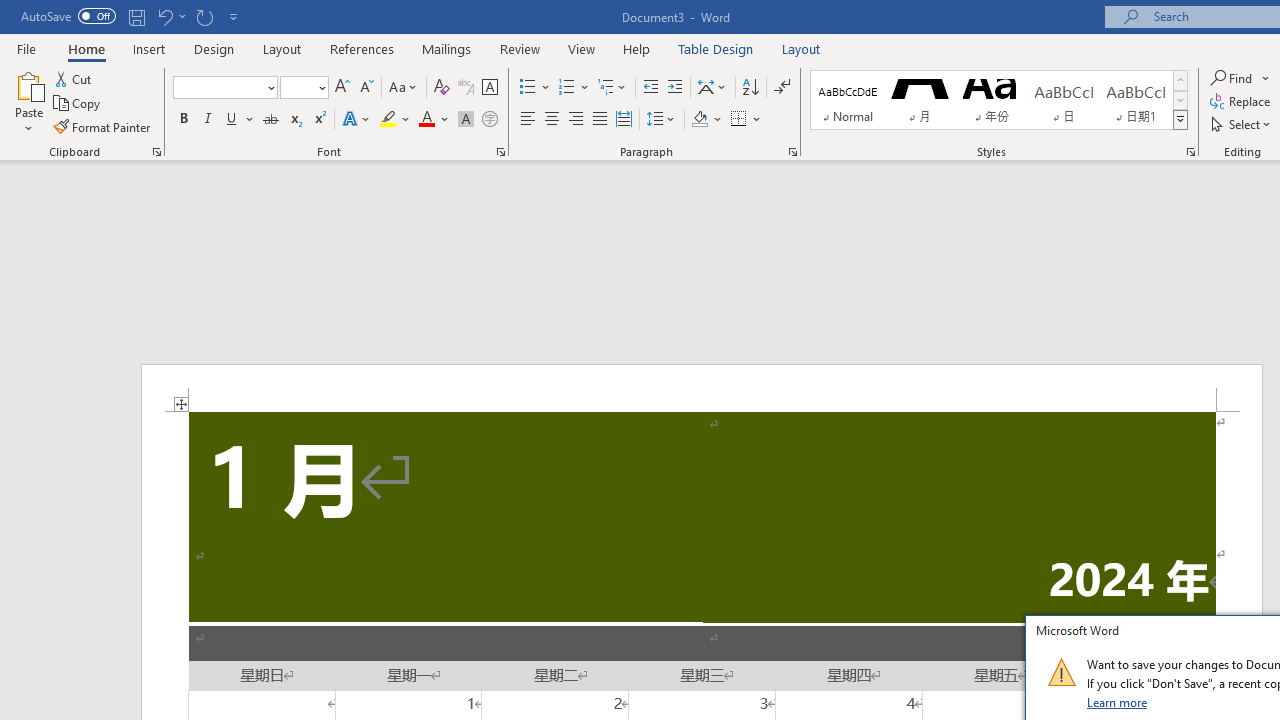  I want to click on 'Decrease Indent', so click(650, 86).